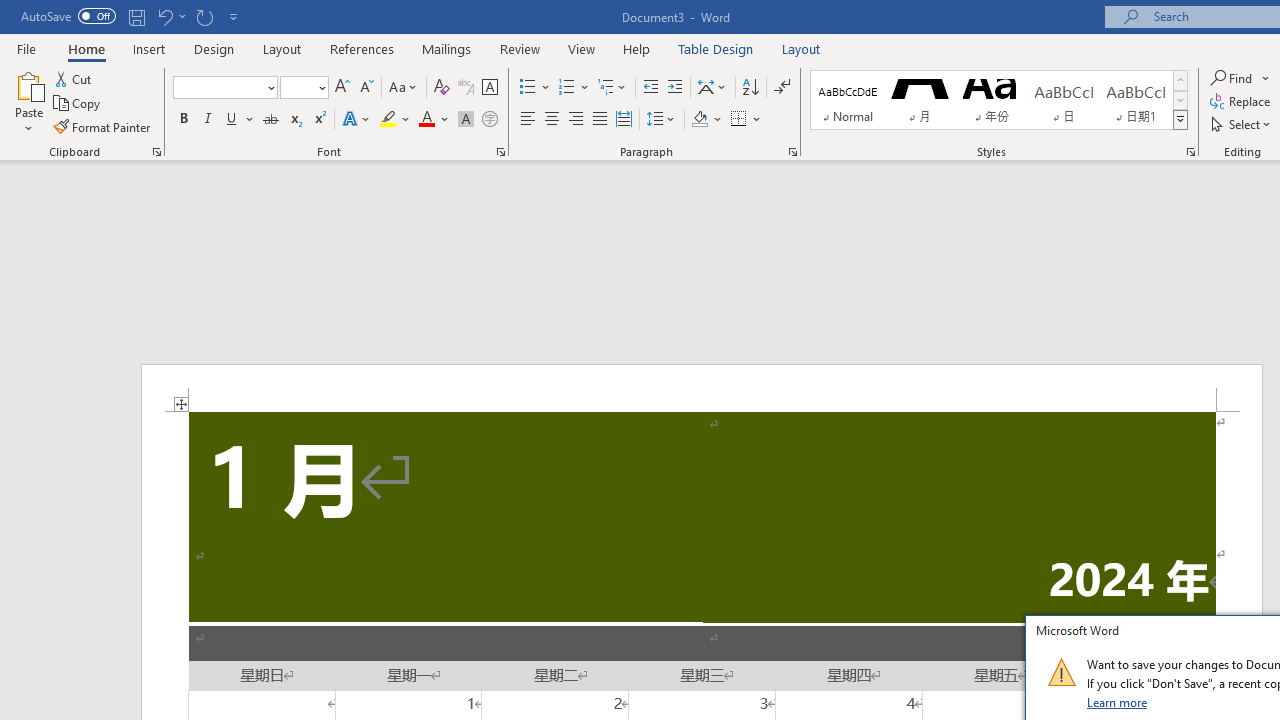  I want to click on 'Decrease Indent', so click(650, 86).